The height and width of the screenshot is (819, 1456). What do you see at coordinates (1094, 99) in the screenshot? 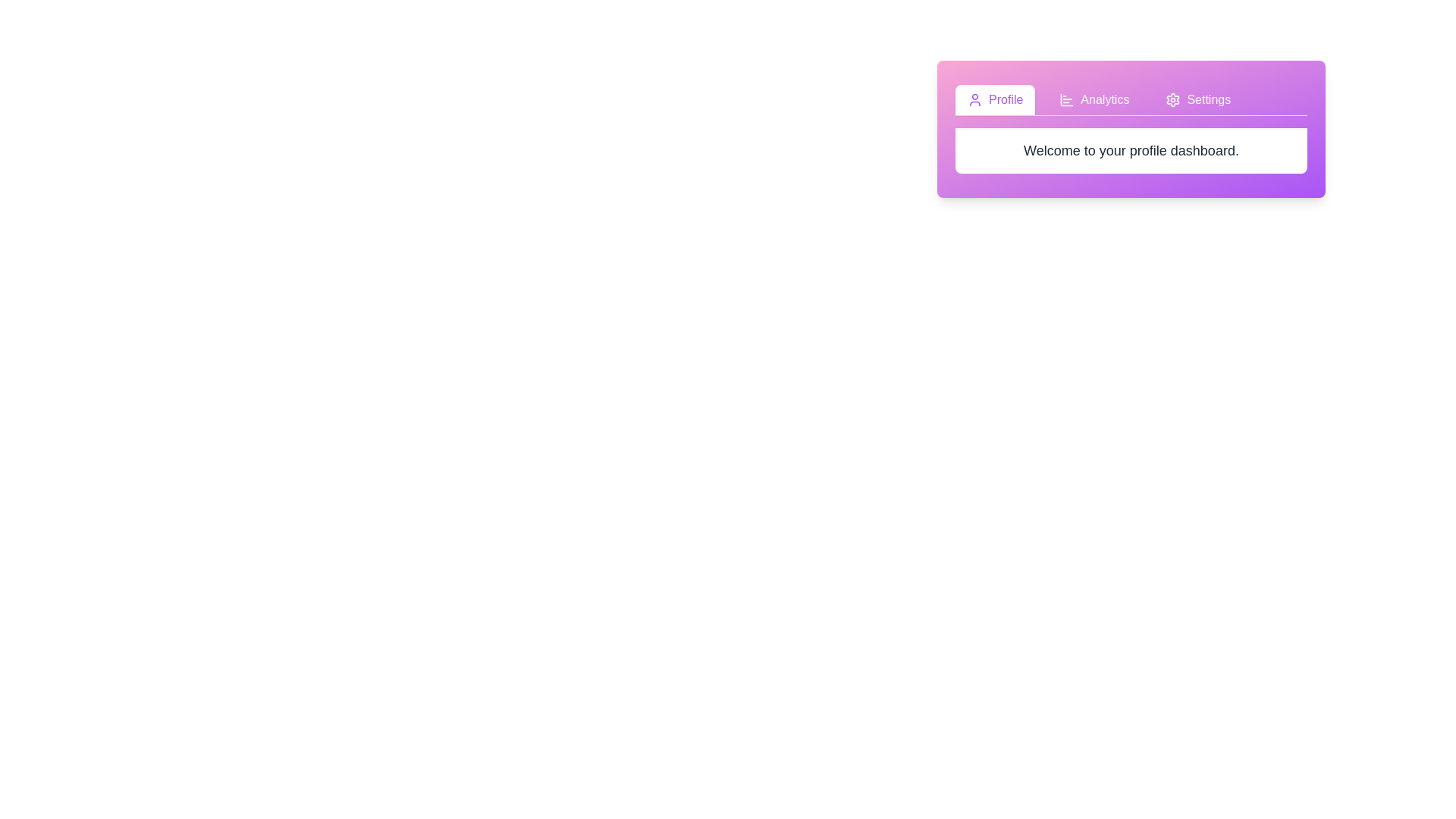
I see `the Analytics tab button` at bounding box center [1094, 99].